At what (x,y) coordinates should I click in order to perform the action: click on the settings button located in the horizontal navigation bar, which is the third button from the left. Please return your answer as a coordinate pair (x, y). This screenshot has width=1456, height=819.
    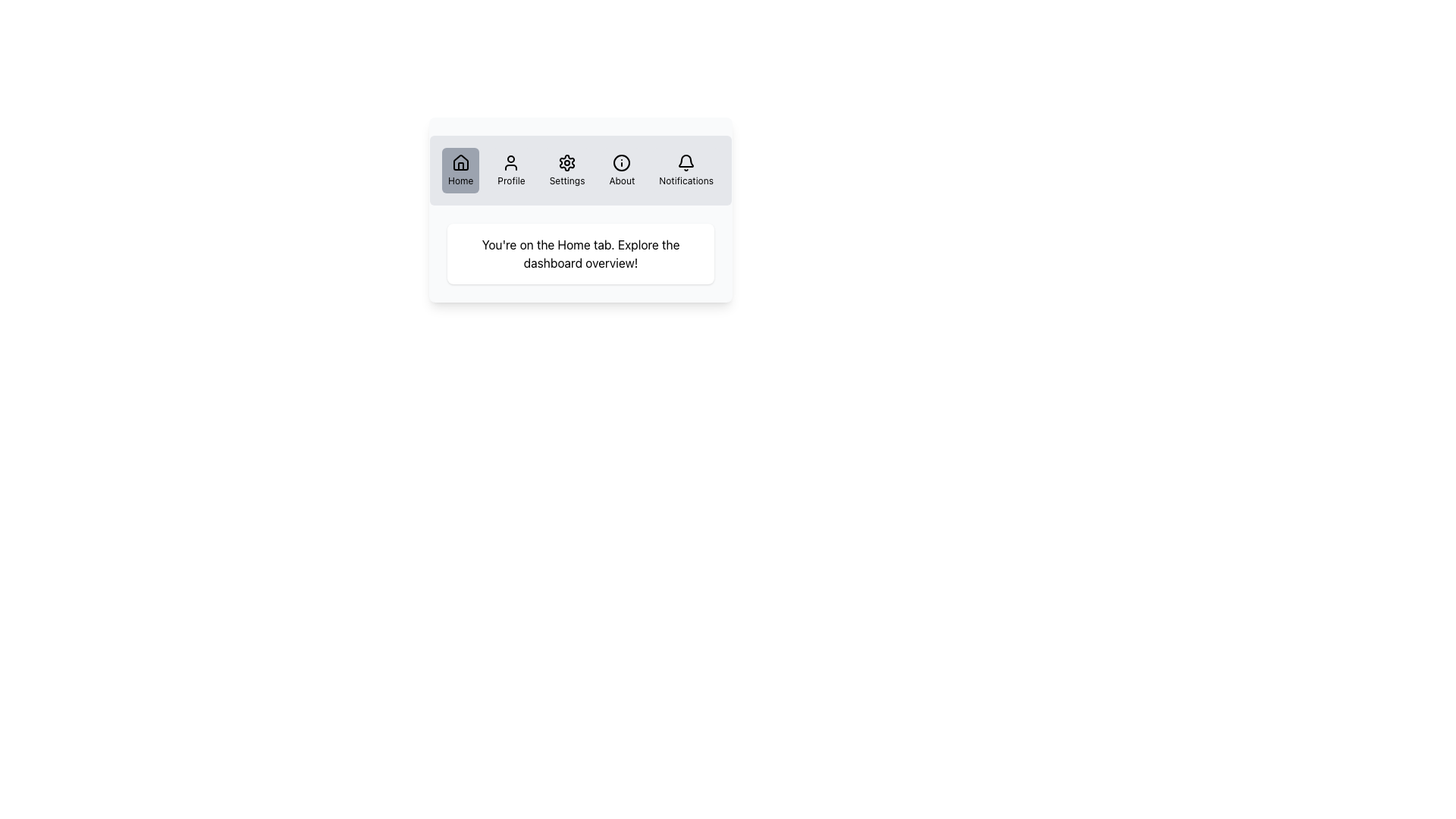
    Looking at the image, I should click on (566, 170).